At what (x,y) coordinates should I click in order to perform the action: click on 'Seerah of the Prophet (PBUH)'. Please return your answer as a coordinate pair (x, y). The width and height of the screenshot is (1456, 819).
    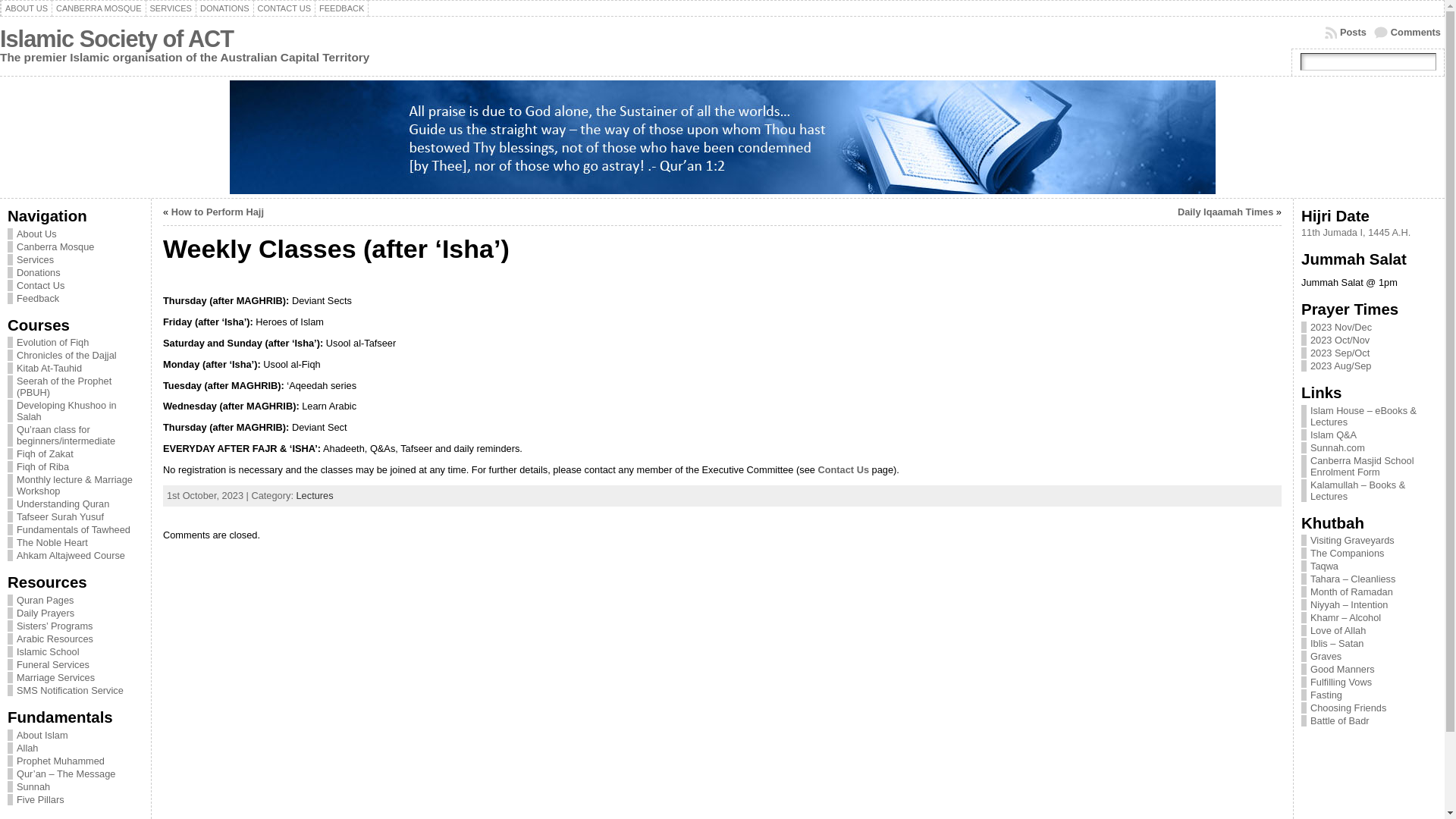
    Looking at the image, I should click on (74, 385).